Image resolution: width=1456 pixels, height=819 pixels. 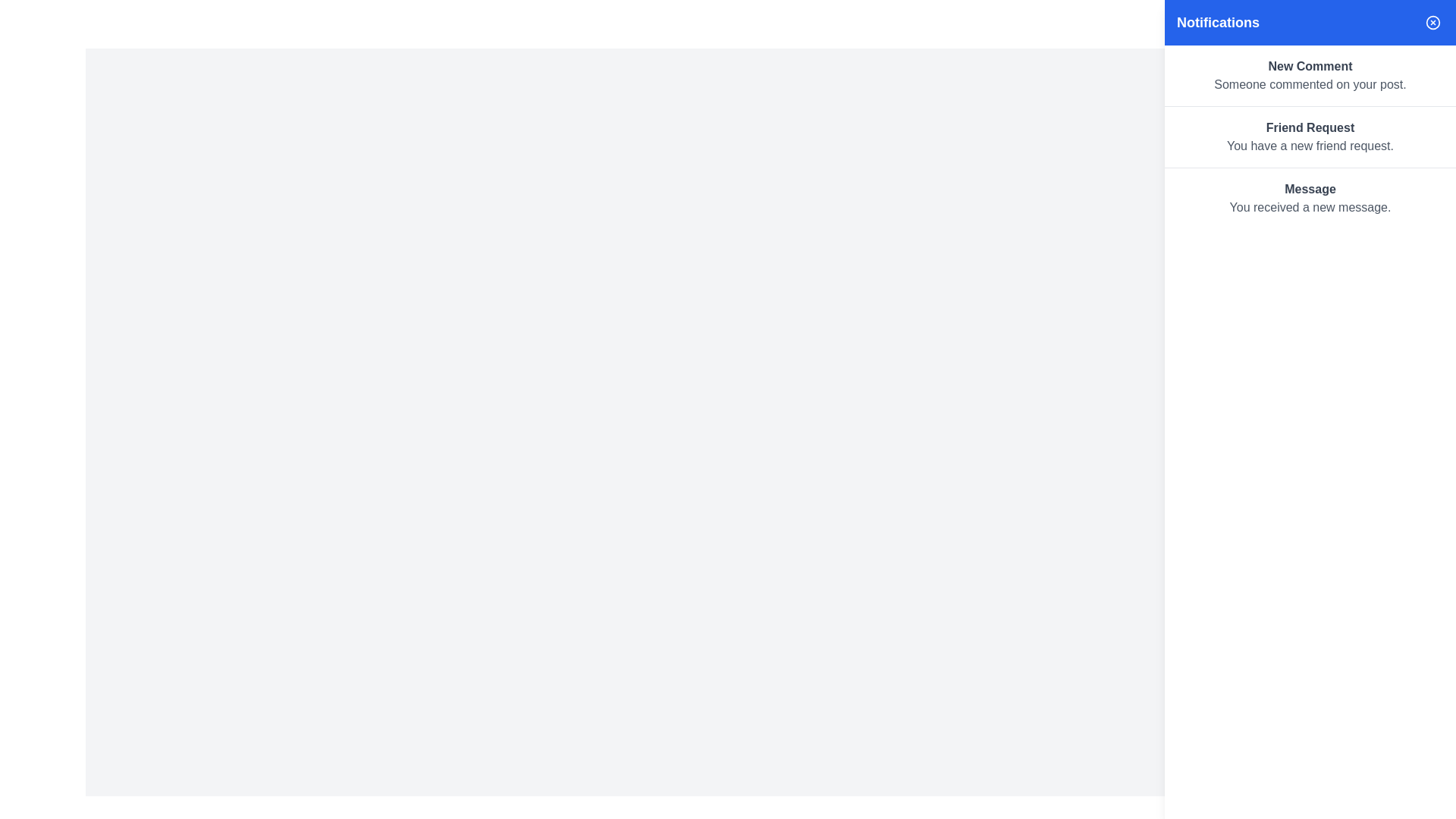 I want to click on the close button located in the top-right corner of the notification panel, so click(x=1432, y=23).